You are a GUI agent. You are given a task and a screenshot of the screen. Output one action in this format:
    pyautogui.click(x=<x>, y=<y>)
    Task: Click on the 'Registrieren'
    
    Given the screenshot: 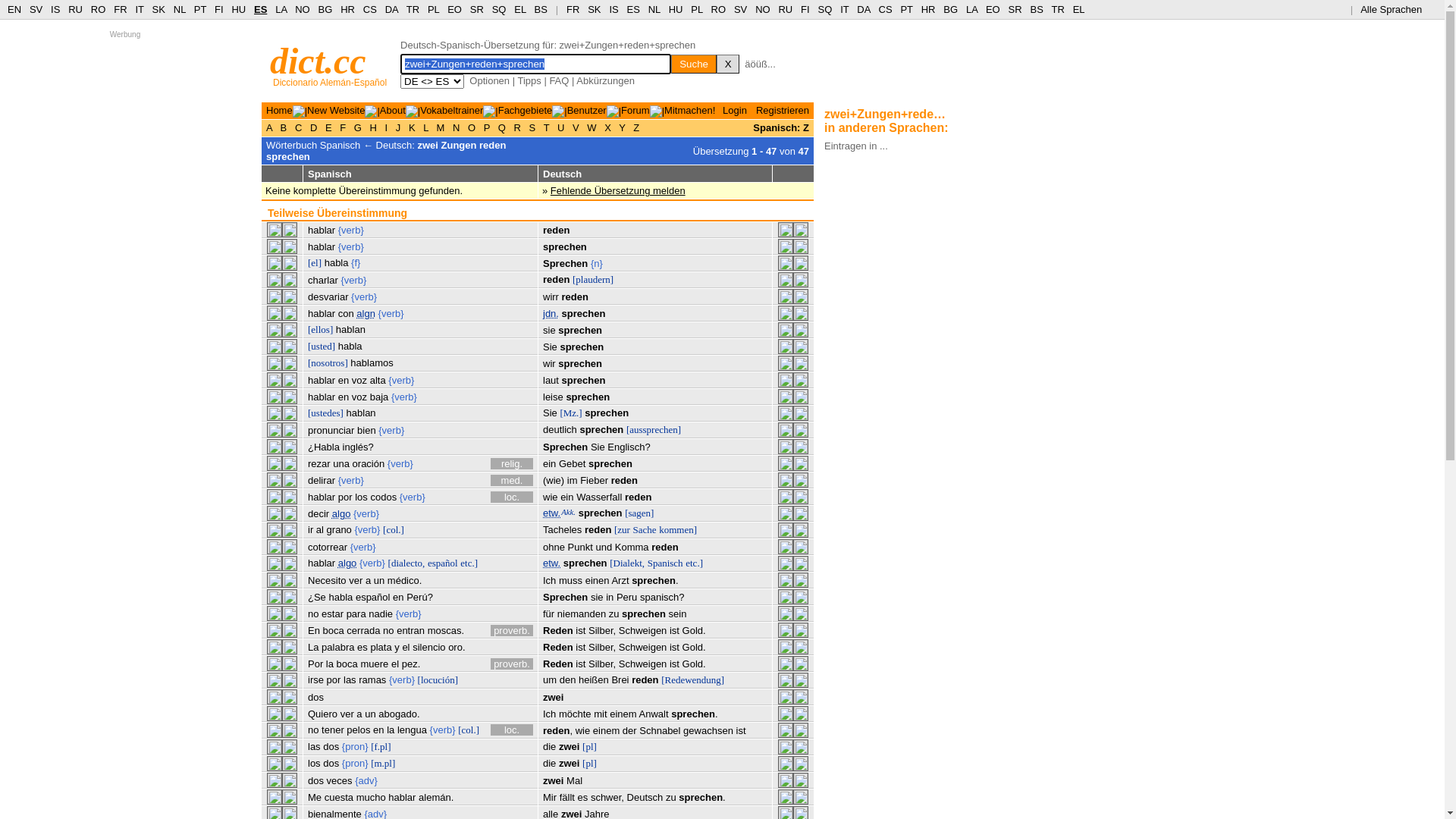 What is the action you would take?
    pyautogui.click(x=783, y=109)
    